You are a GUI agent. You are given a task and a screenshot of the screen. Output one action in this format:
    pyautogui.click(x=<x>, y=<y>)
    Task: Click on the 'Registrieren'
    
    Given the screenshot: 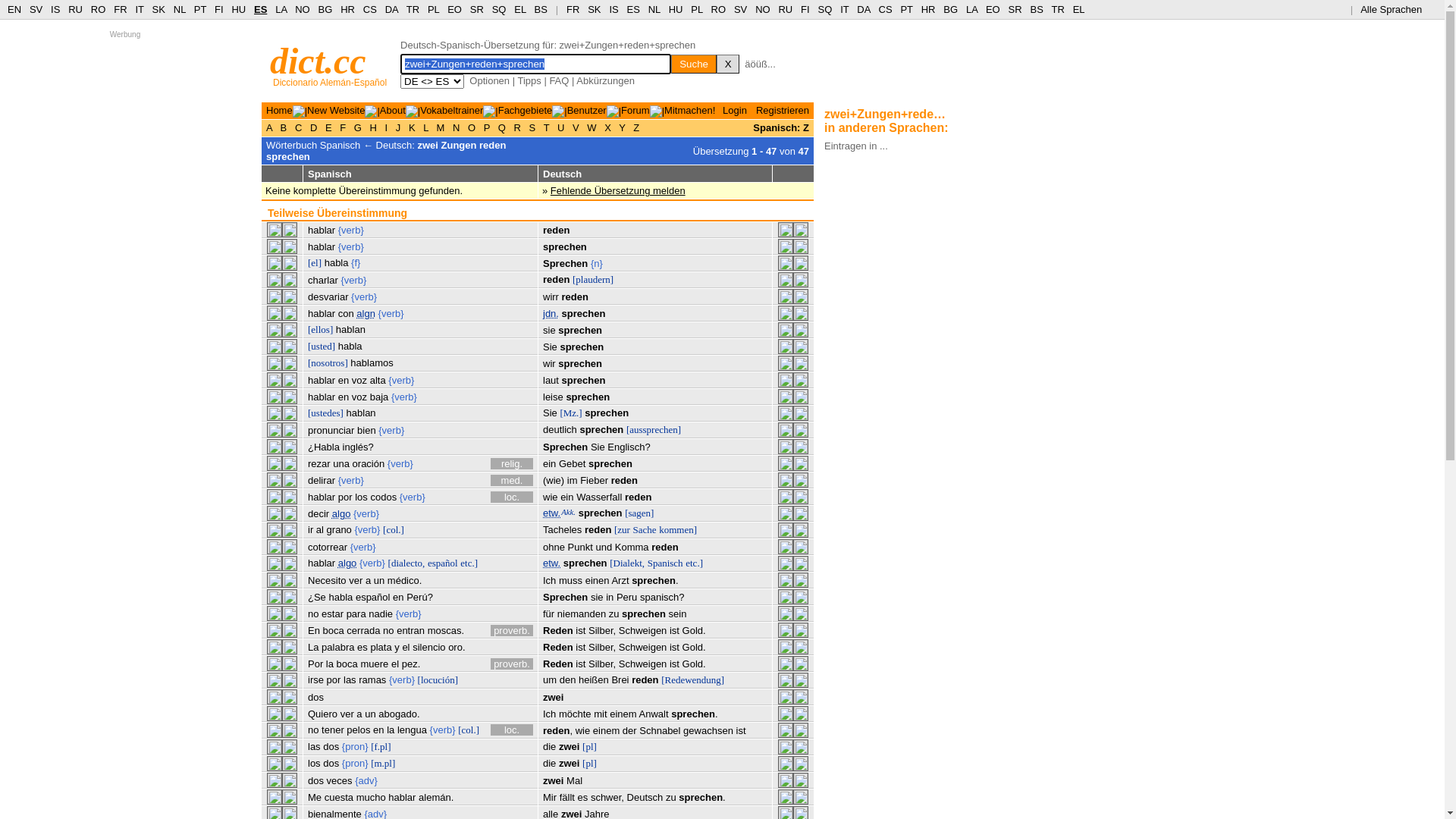 What is the action you would take?
    pyautogui.click(x=783, y=109)
    